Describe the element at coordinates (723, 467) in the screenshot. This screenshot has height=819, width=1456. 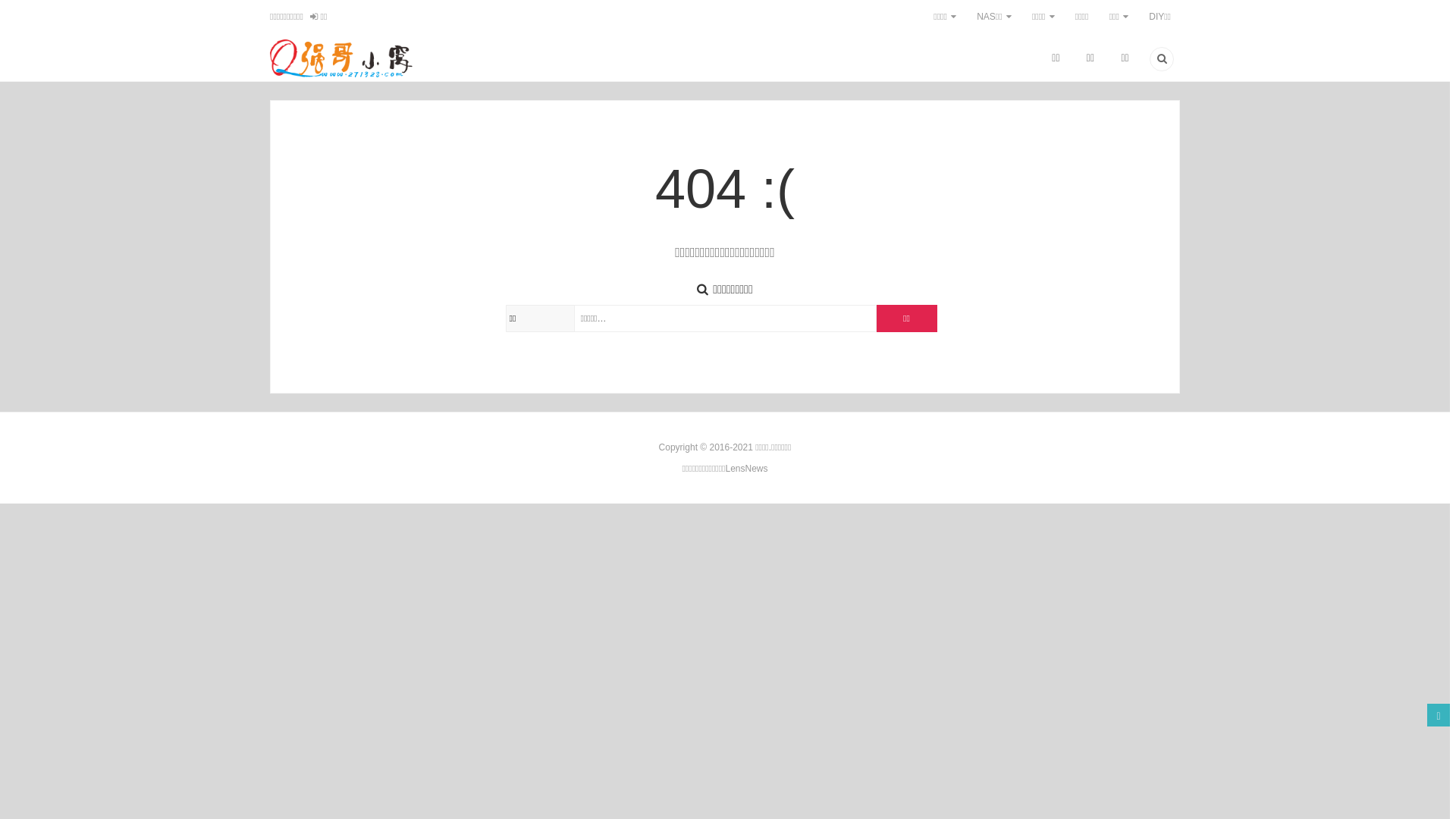
I see `'LensNews'` at that location.